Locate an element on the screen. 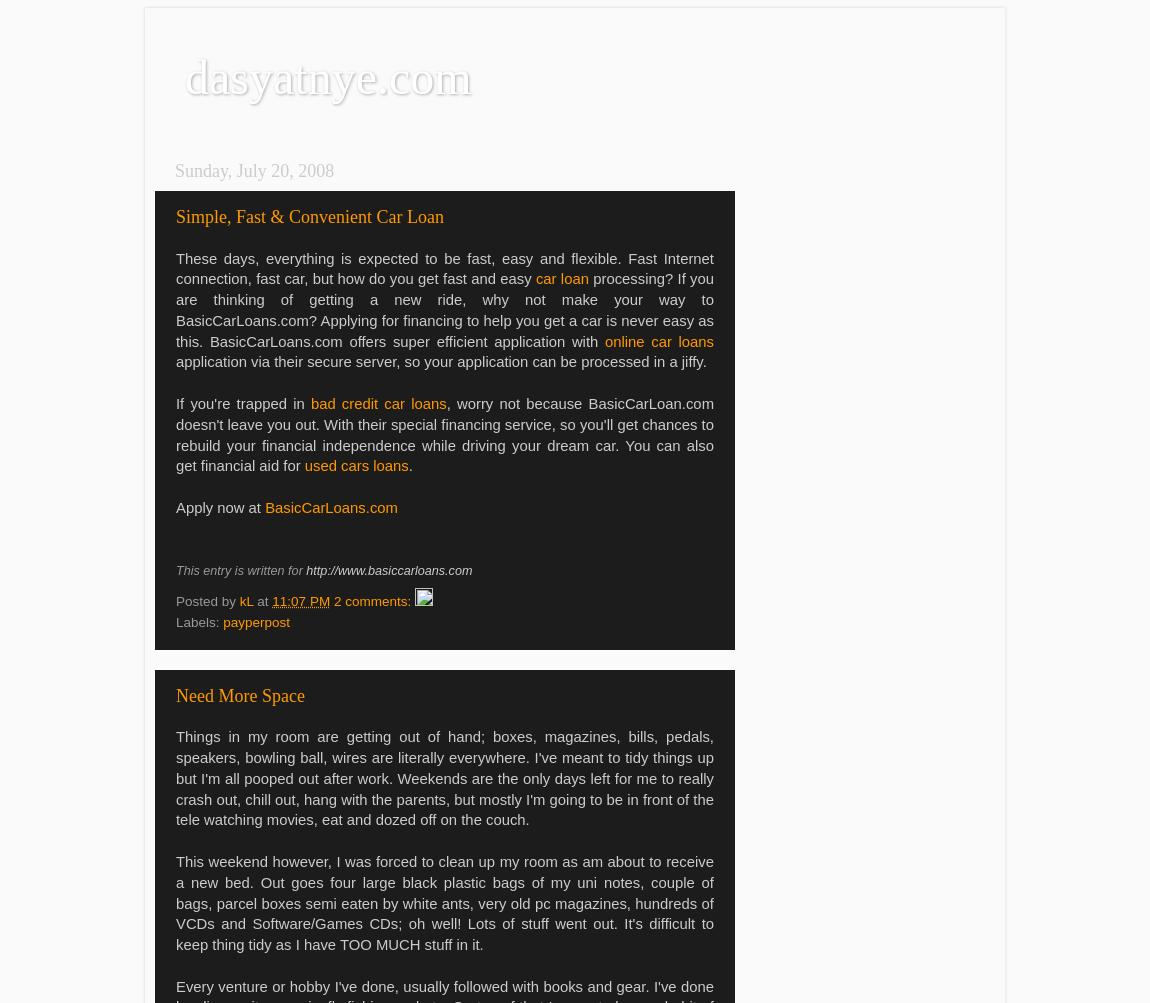 The image size is (1150, 1003). 'at' is located at coordinates (263, 599).